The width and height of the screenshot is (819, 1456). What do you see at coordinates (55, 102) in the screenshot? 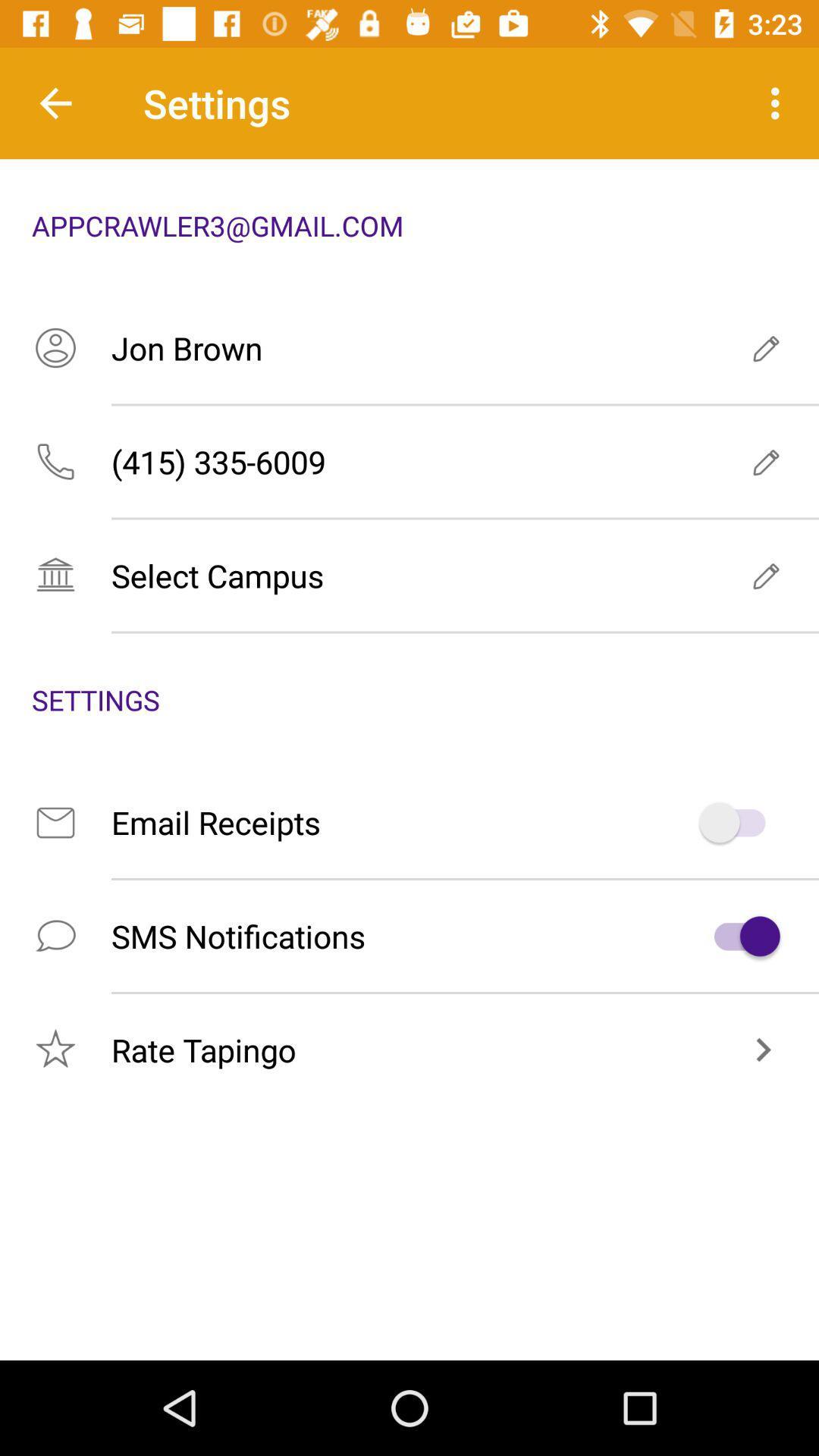
I see `the item next to settings icon` at bounding box center [55, 102].